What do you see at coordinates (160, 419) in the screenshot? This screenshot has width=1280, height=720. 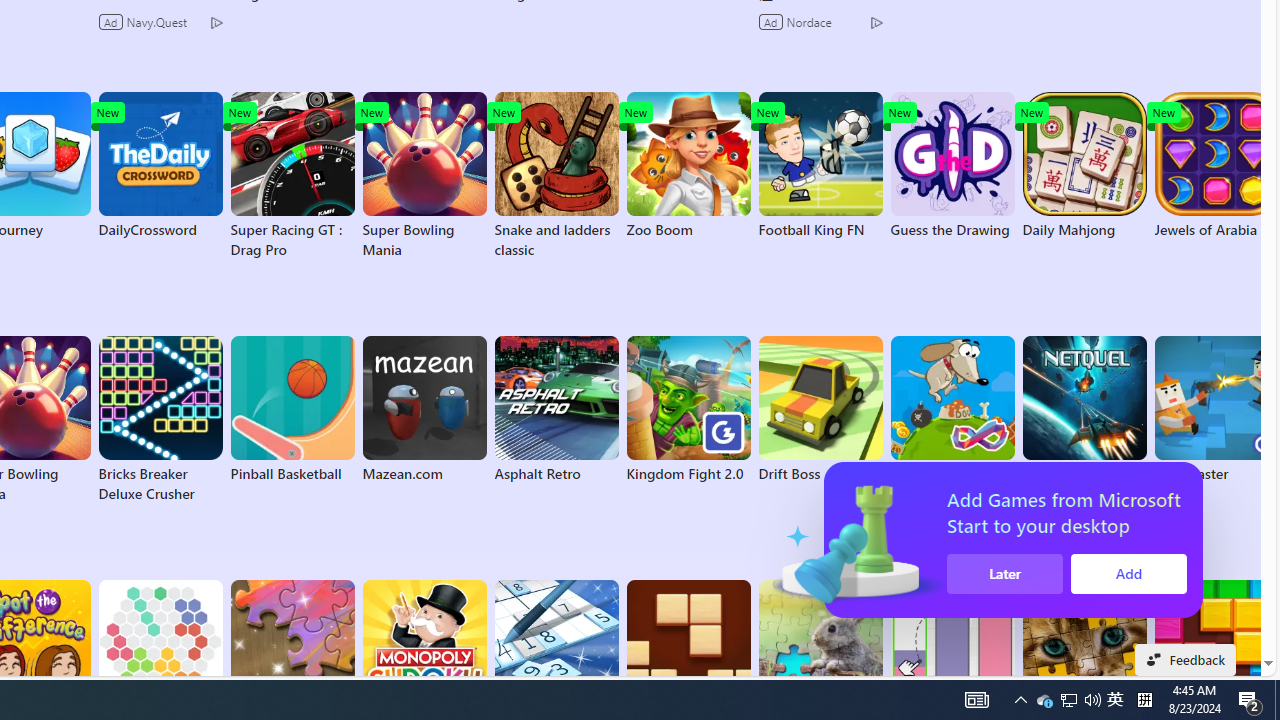 I see `'Bricks Breaker Deluxe Crusher'` at bounding box center [160, 419].